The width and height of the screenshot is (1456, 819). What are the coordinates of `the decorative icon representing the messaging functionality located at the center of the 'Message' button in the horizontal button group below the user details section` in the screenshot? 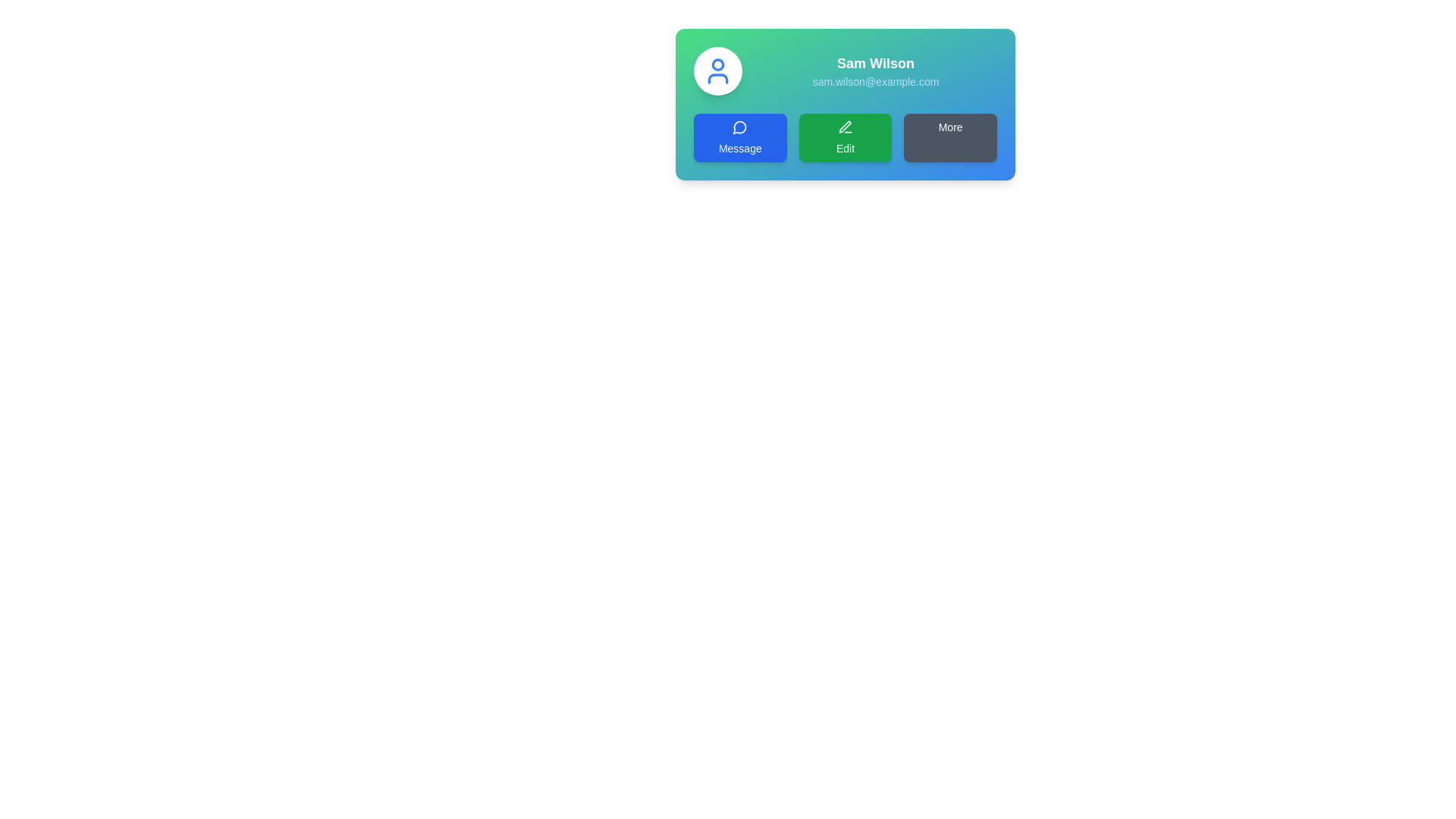 It's located at (739, 127).